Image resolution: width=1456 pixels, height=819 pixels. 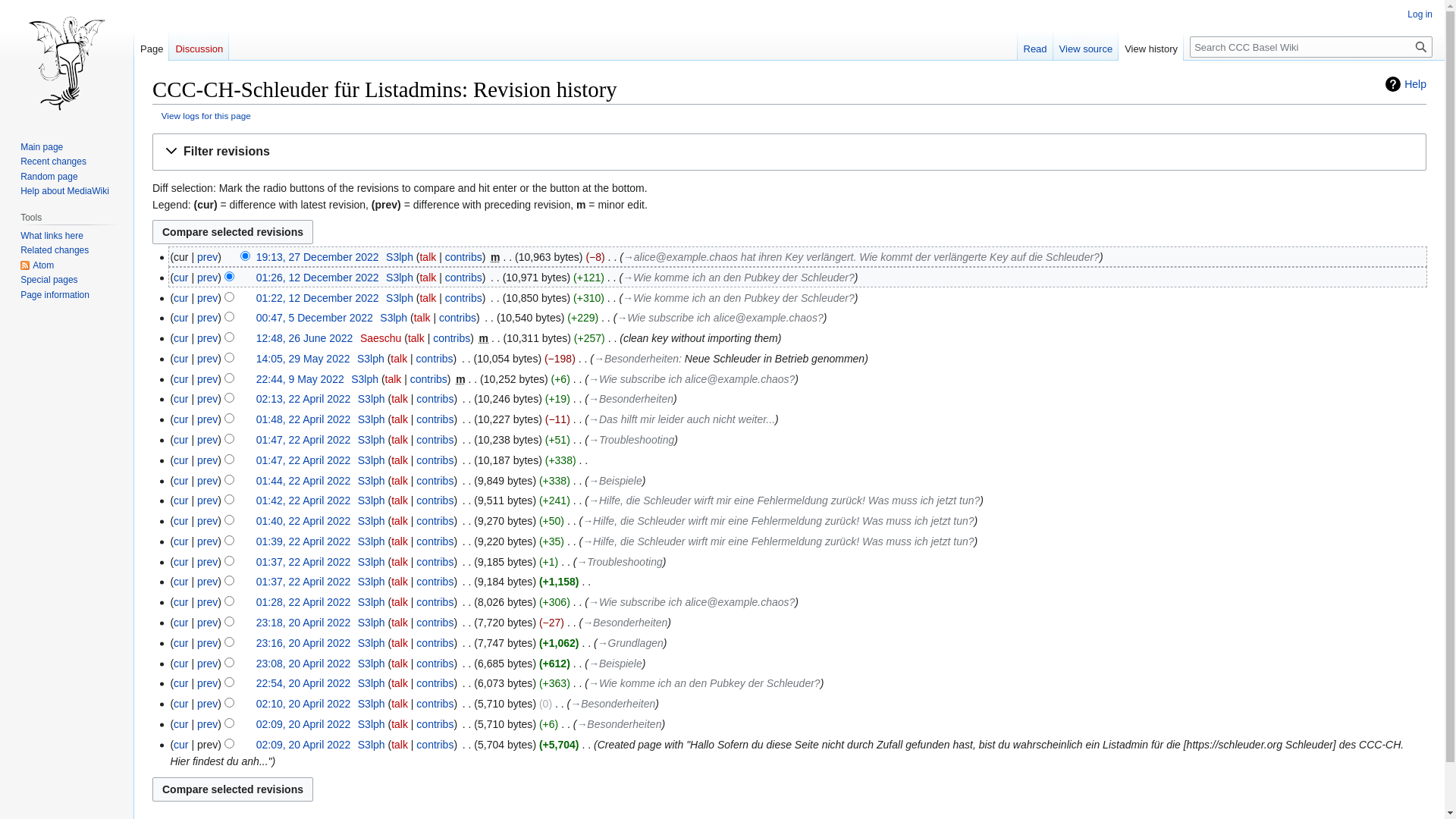 What do you see at coordinates (303, 744) in the screenshot?
I see `'02:09, 20 April 2022'` at bounding box center [303, 744].